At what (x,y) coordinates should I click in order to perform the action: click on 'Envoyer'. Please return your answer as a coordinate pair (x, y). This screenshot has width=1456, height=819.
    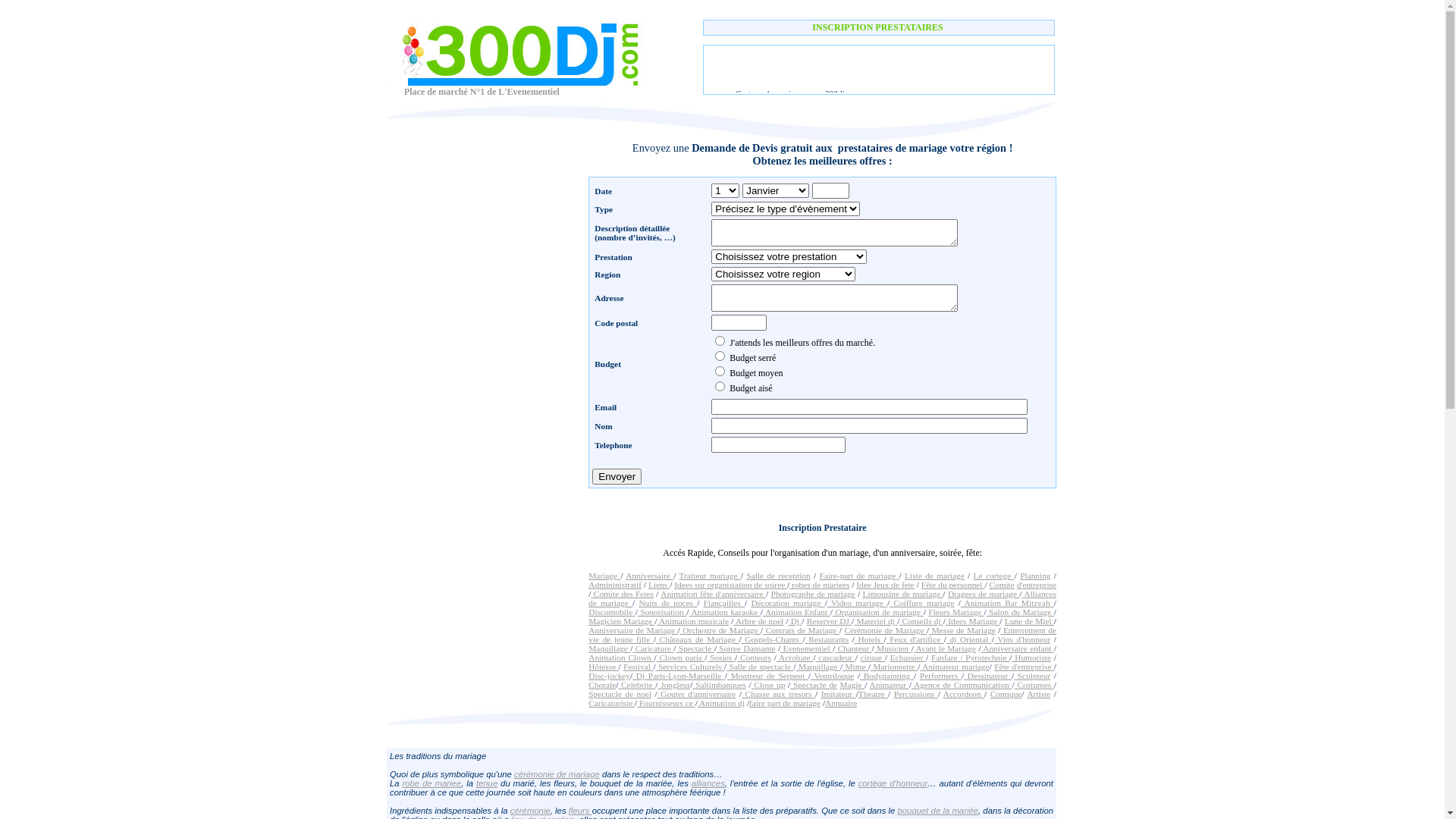
    Looking at the image, I should click on (617, 475).